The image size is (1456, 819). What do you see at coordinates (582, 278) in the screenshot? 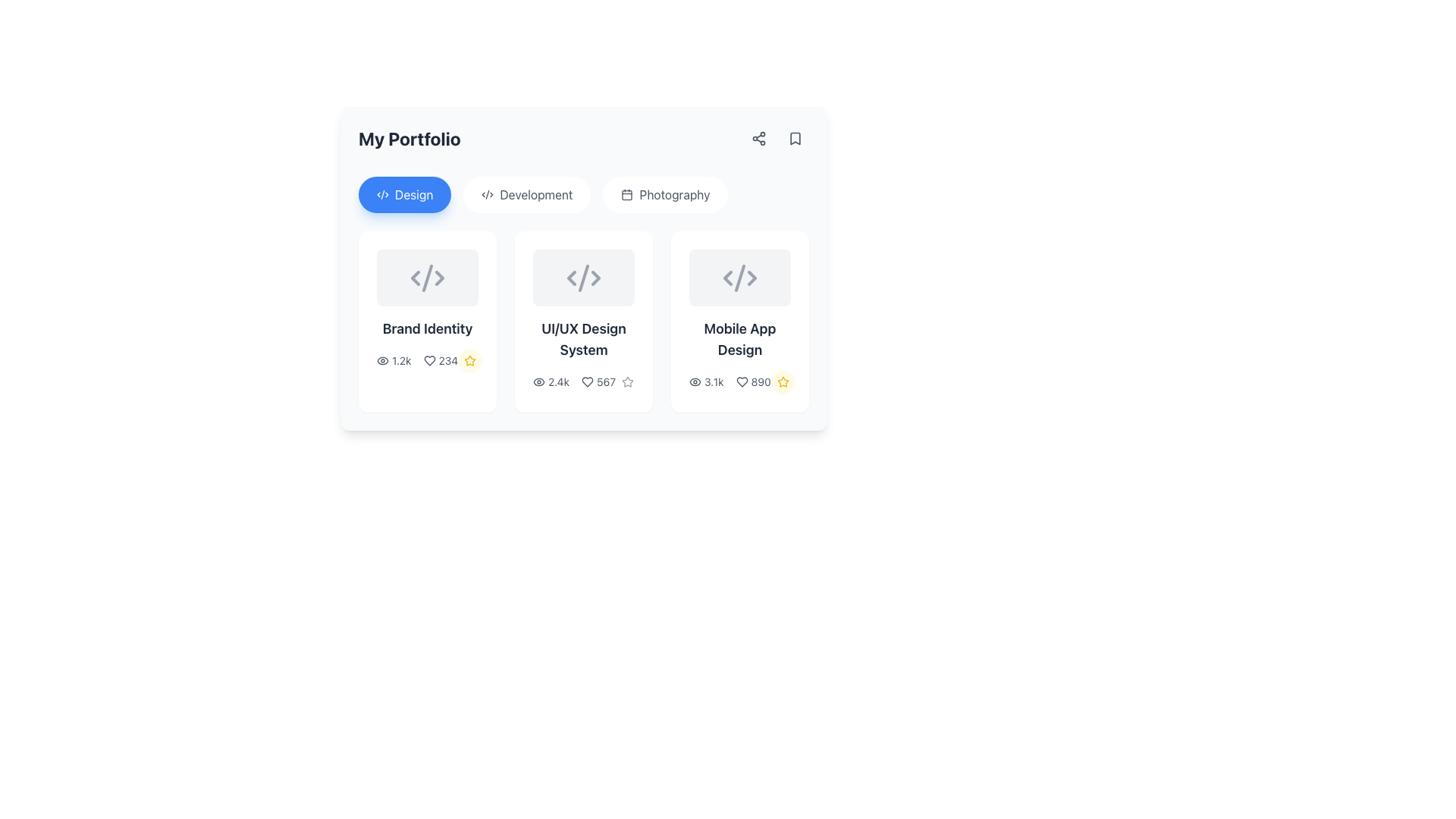
I see `the coding symbol icon represented by a pair of angle brackets with a forward slash between them, located in the middle card of the horizontal list labeled 'UI/UX Design System'` at bounding box center [582, 278].